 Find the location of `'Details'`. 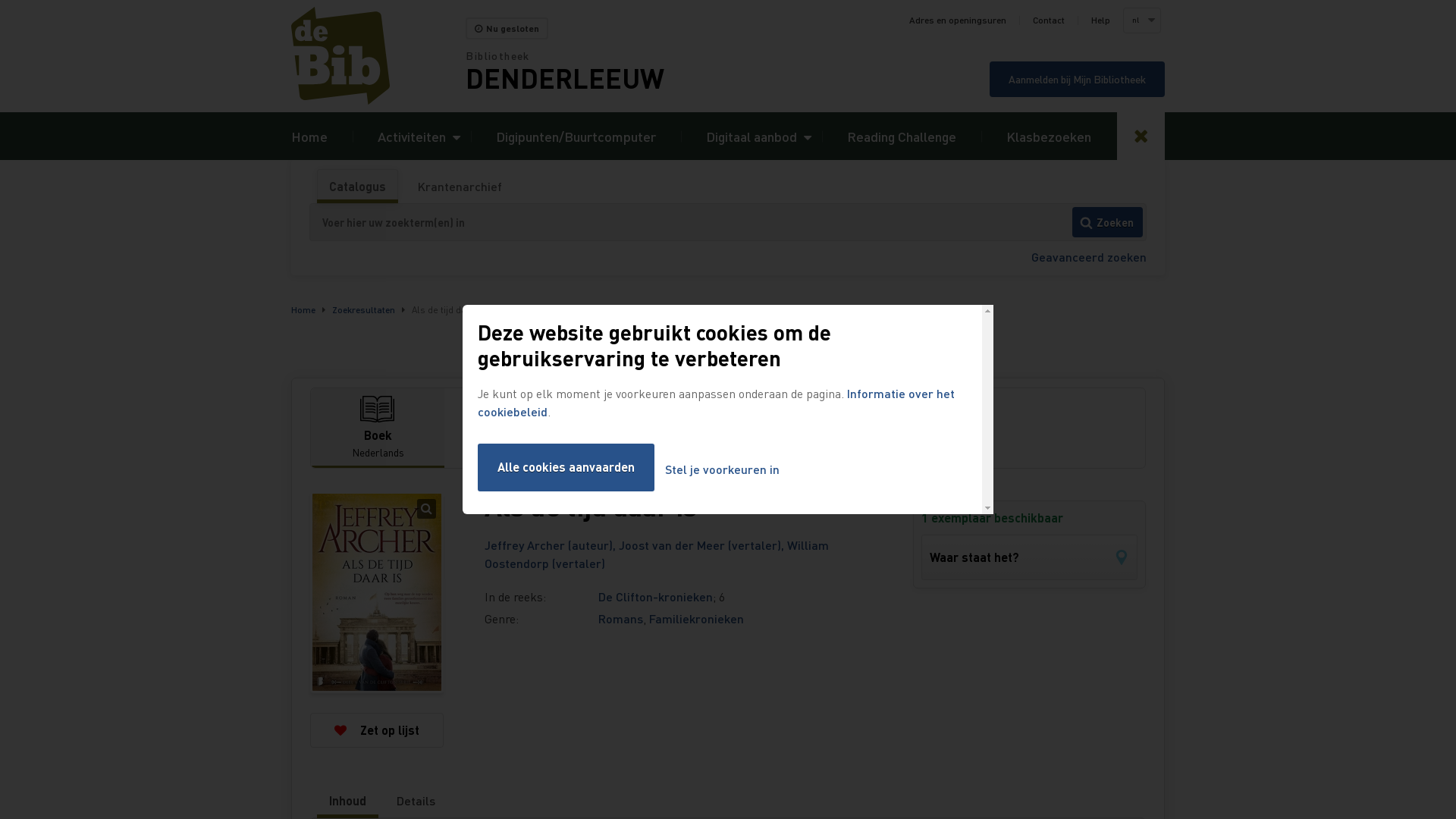

'Details' is located at coordinates (385, 800).